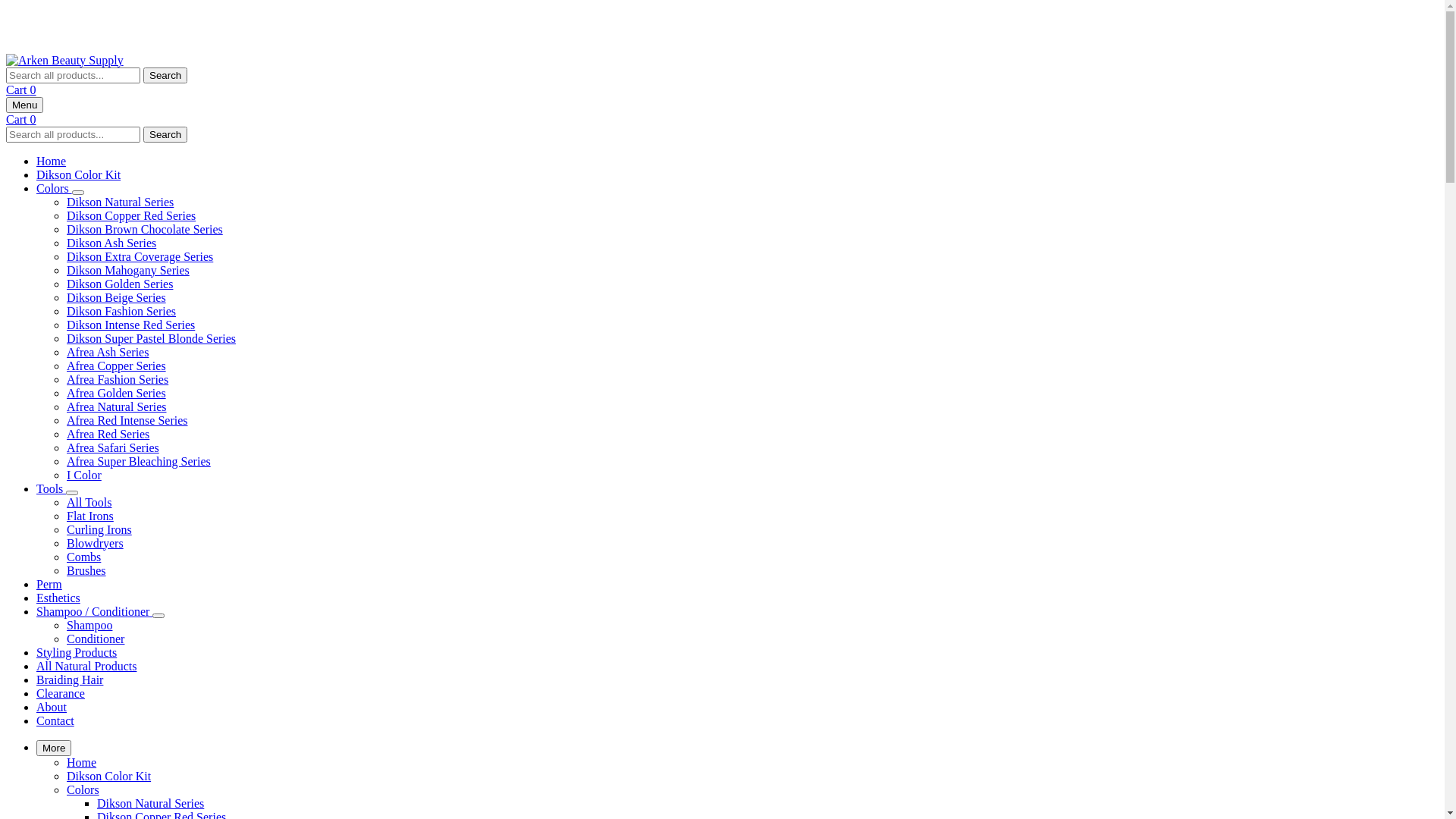 Image resolution: width=1456 pixels, height=819 pixels. What do you see at coordinates (138, 460) in the screenshot?
I see `'Afrea Super Bleaching Series'` at bounding box center [138, 460].